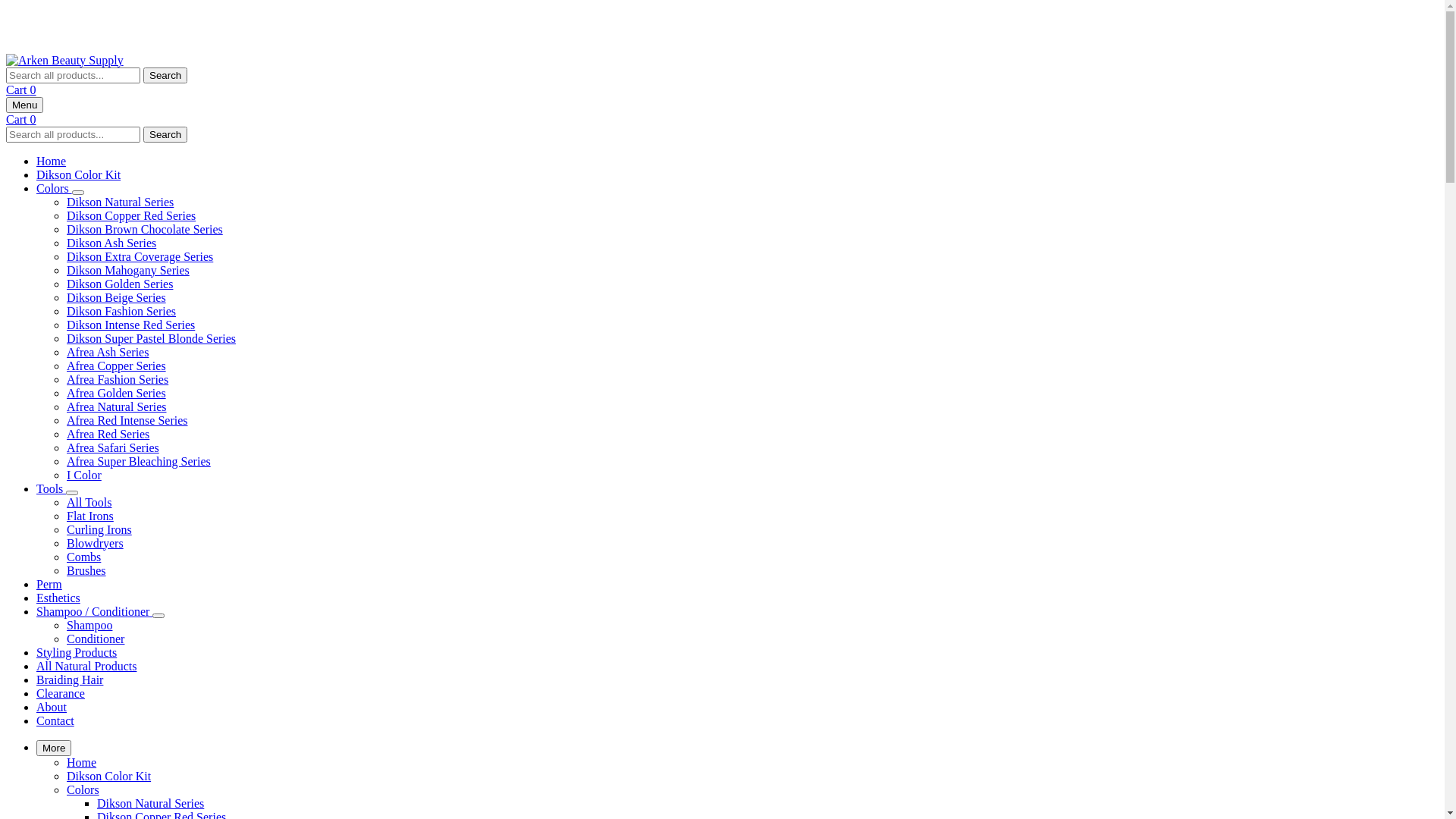 Image resolution: width=1456 pixels, height=819 pixels. What do you see at coordinates (138, 460) in the screenshot?
I see `'Afrea Super Bleaching Series'` at bounding box center [138, 460].